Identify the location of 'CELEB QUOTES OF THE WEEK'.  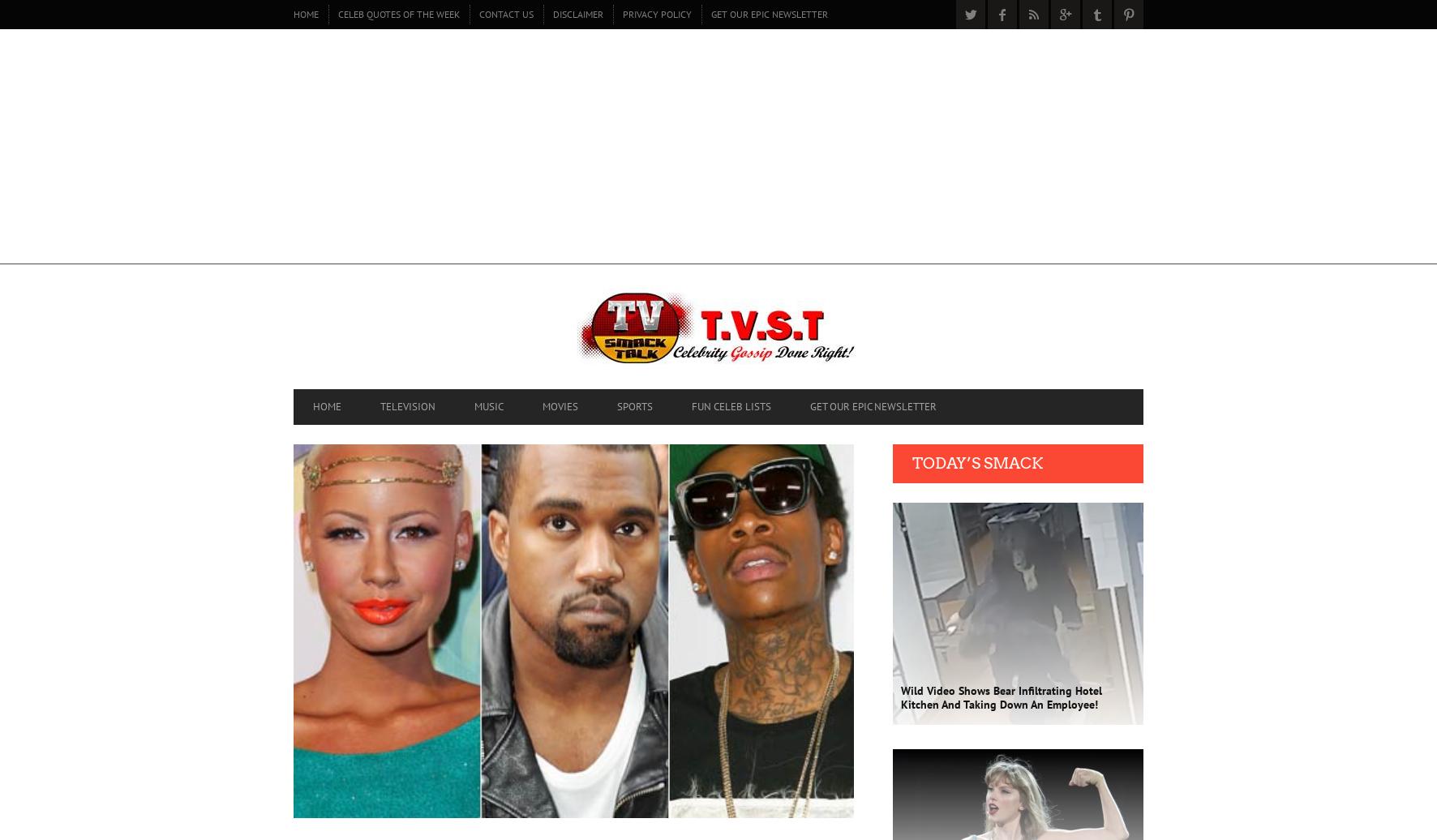
(397, 13).